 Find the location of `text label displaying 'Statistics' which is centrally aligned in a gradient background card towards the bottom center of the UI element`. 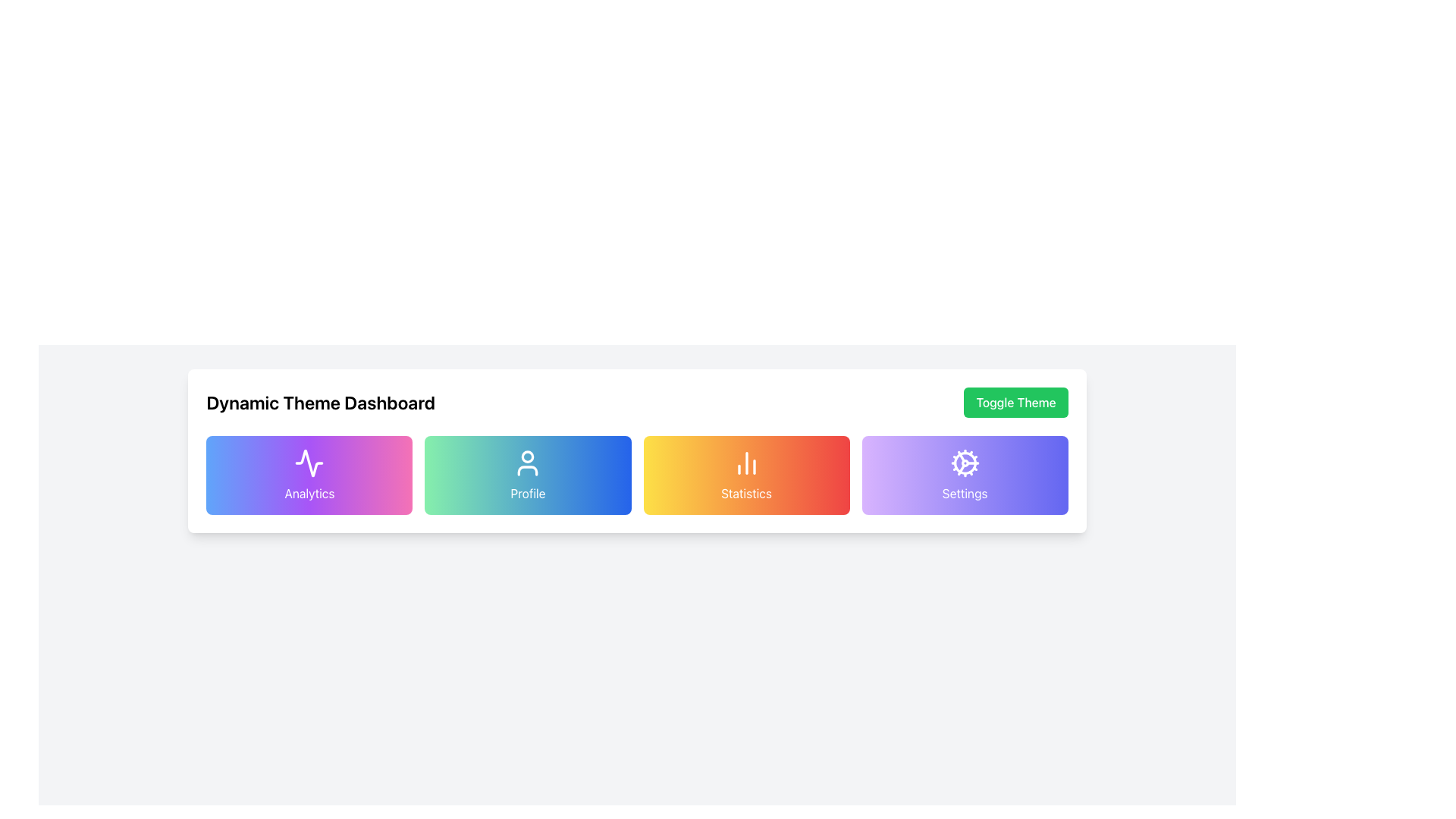

text label displaying 'Statistics' which is centrally aligned in a gradient background card towards the bottom center of the UI element is located at coordinates (746, 494).